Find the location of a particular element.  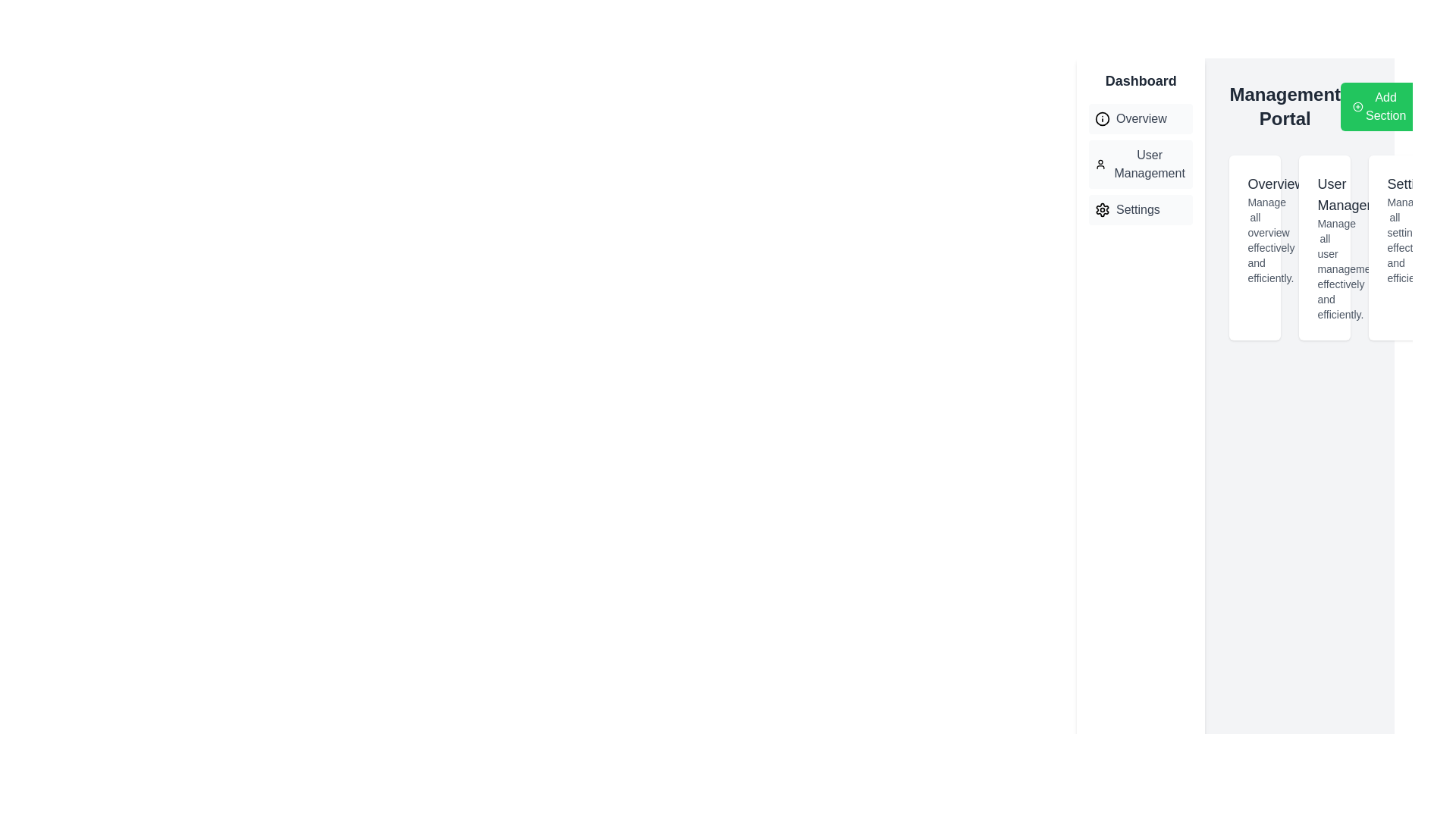

the 'Settings' icon located in the left-hand navigation panel, which visually represents the entry point for configuration or settings functionality is located at coordinates (1103, 210).